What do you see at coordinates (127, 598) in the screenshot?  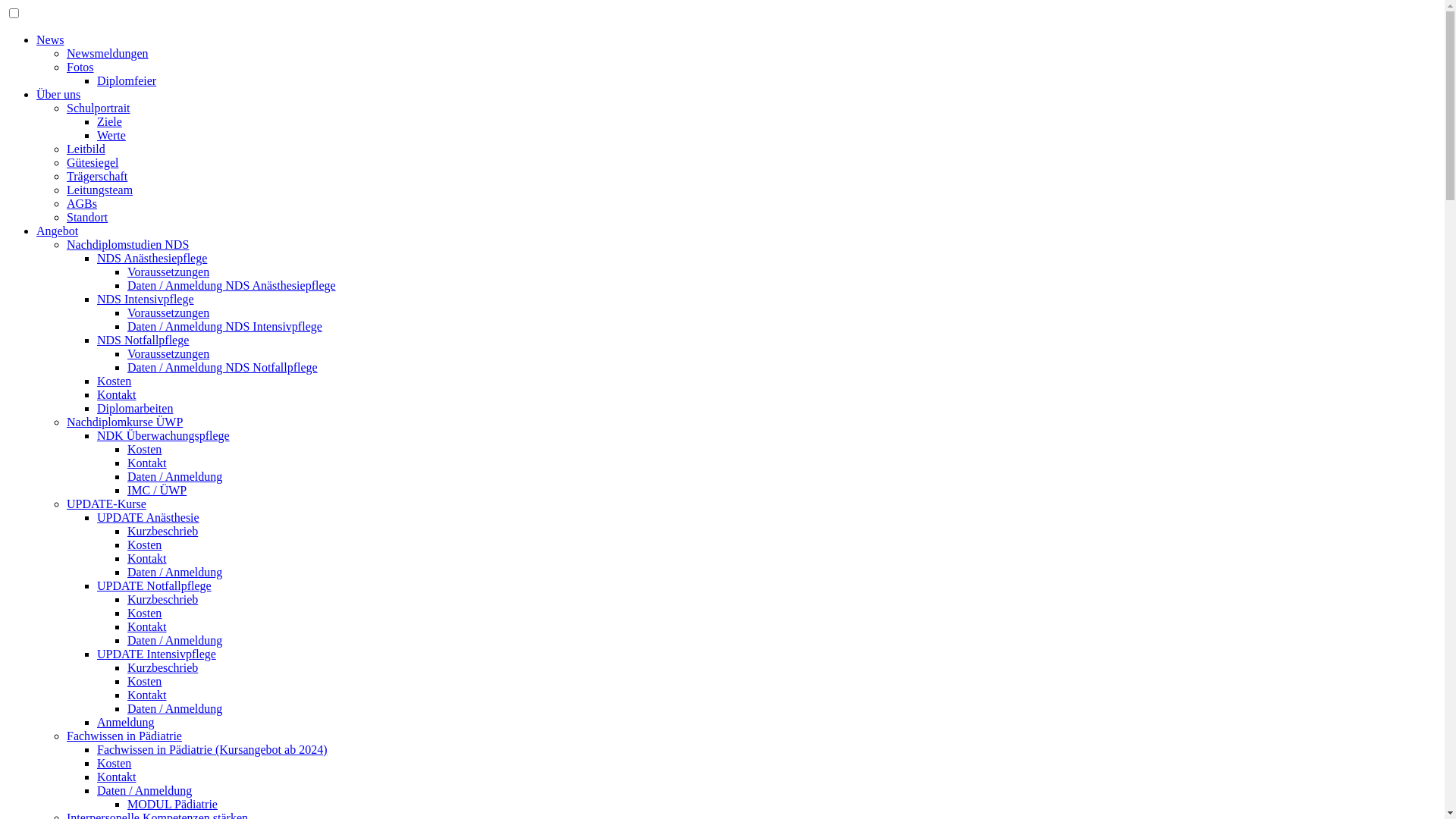 I see `'Kurzbeschrieb'` at bounding box center [127, 598].